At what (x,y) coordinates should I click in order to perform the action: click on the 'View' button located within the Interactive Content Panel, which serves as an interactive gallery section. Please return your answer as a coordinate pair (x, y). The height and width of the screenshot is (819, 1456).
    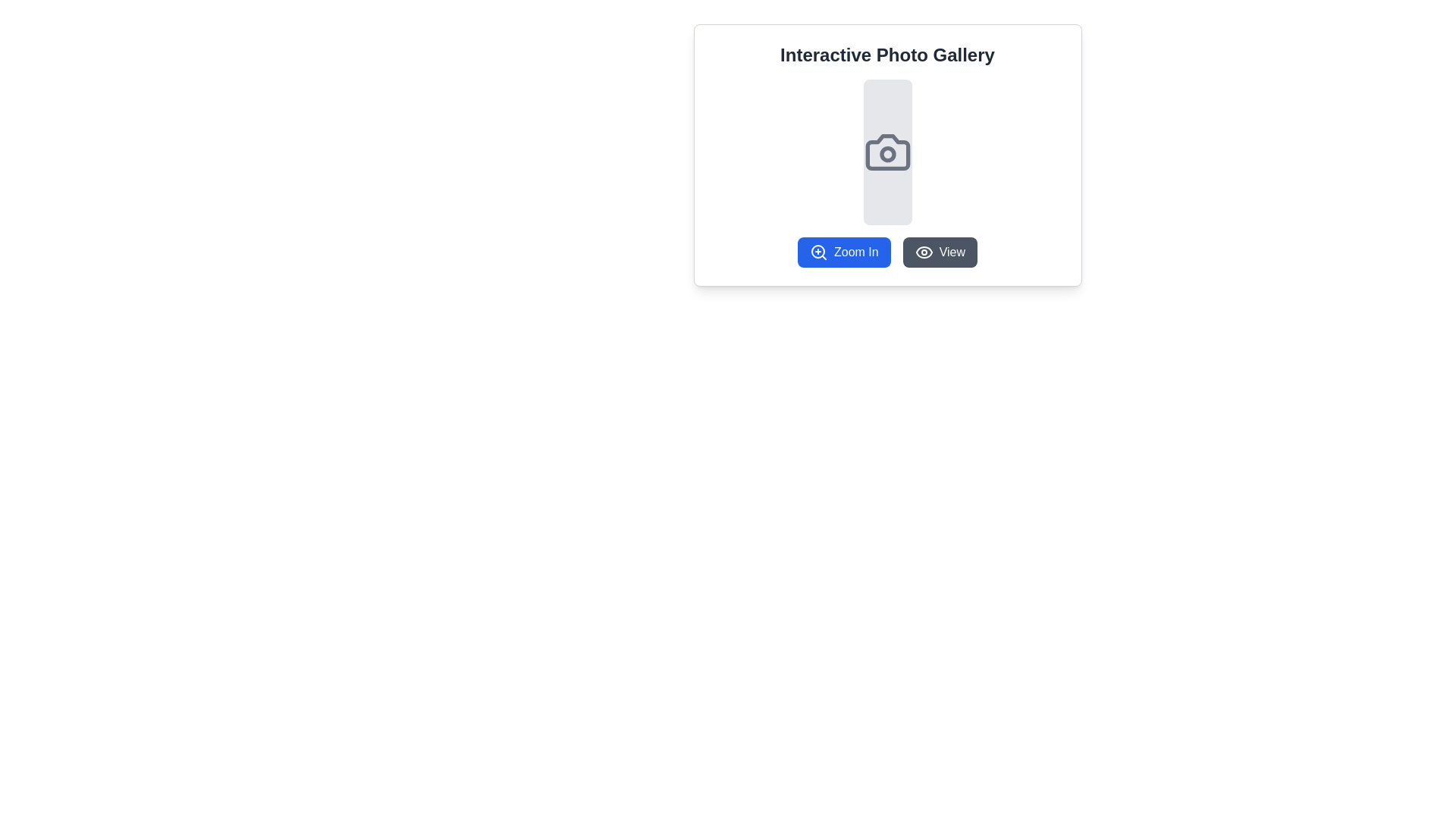
    Looking at the image, I should click on (887, 155).